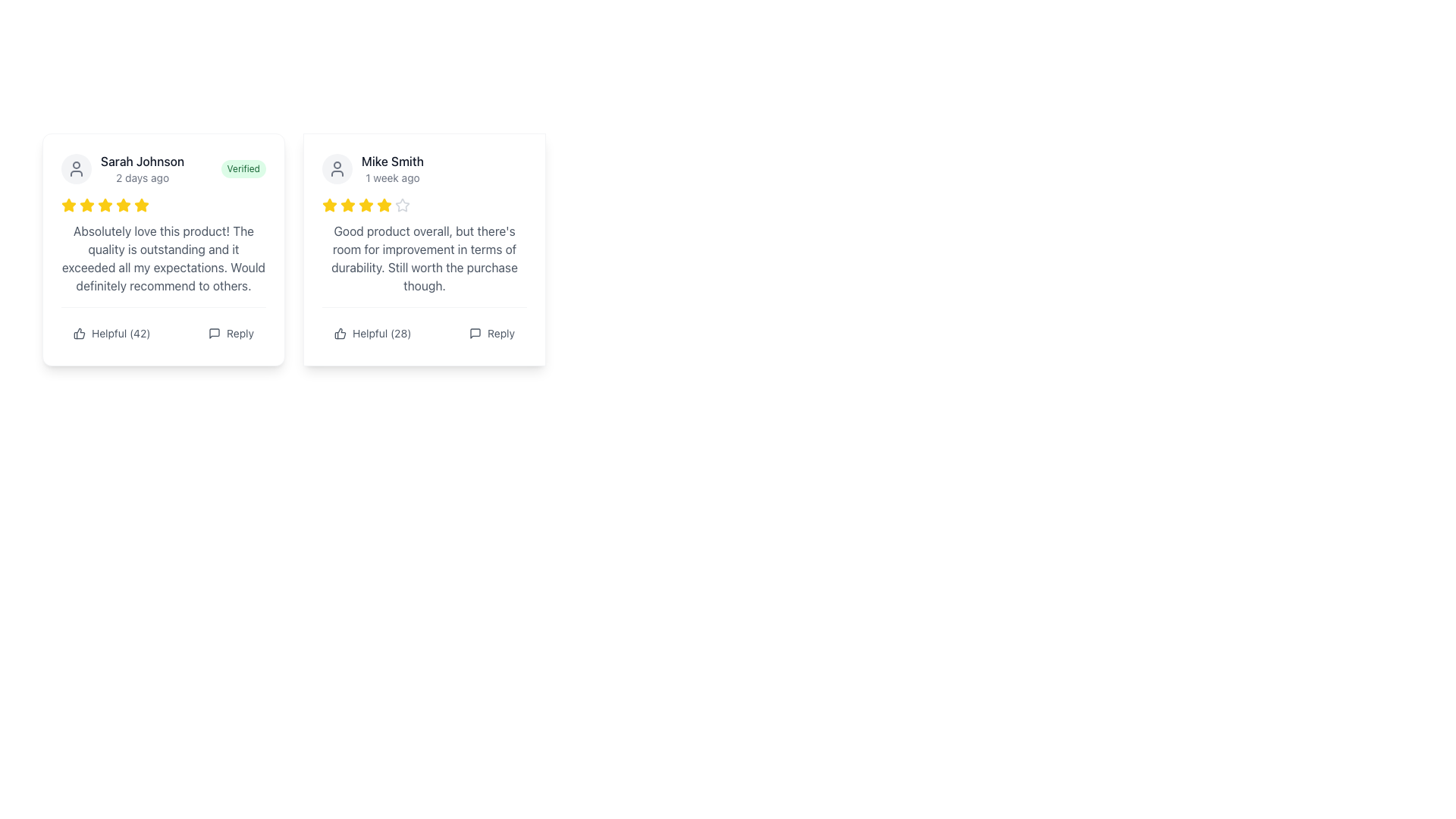 The height and width of the screenshot is (819, 1456). What do you see at coordinates (75, 169) in the screenshot?
I see `the user profile icon` at bounding box center [75, 169].